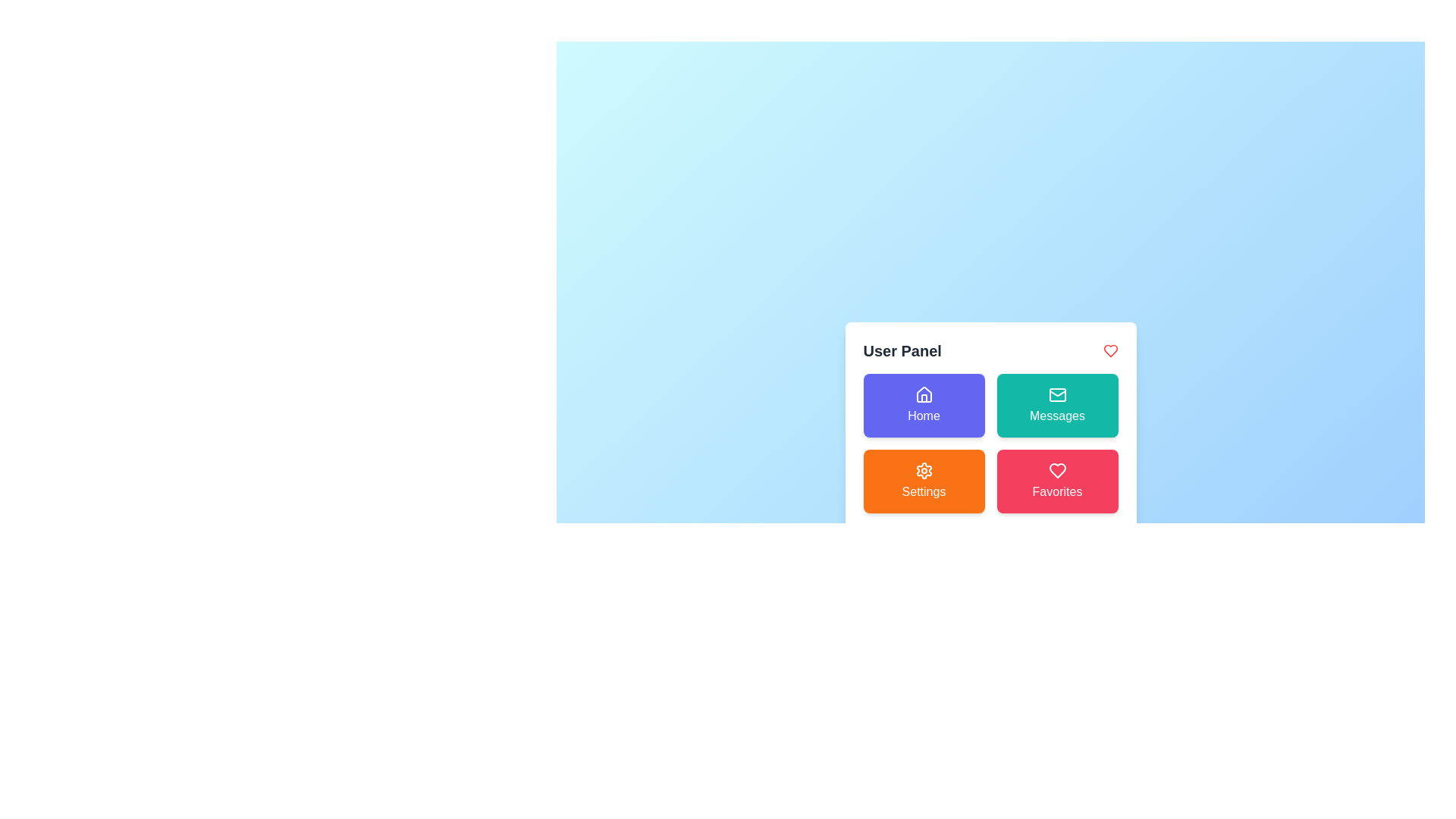 The height and width of the screenshot is (819, 1456). I want to click on the orange cogwheel icon representing the Settings button, located in the second row, first column of the option grid under the User Panel header, so click(923, 470).